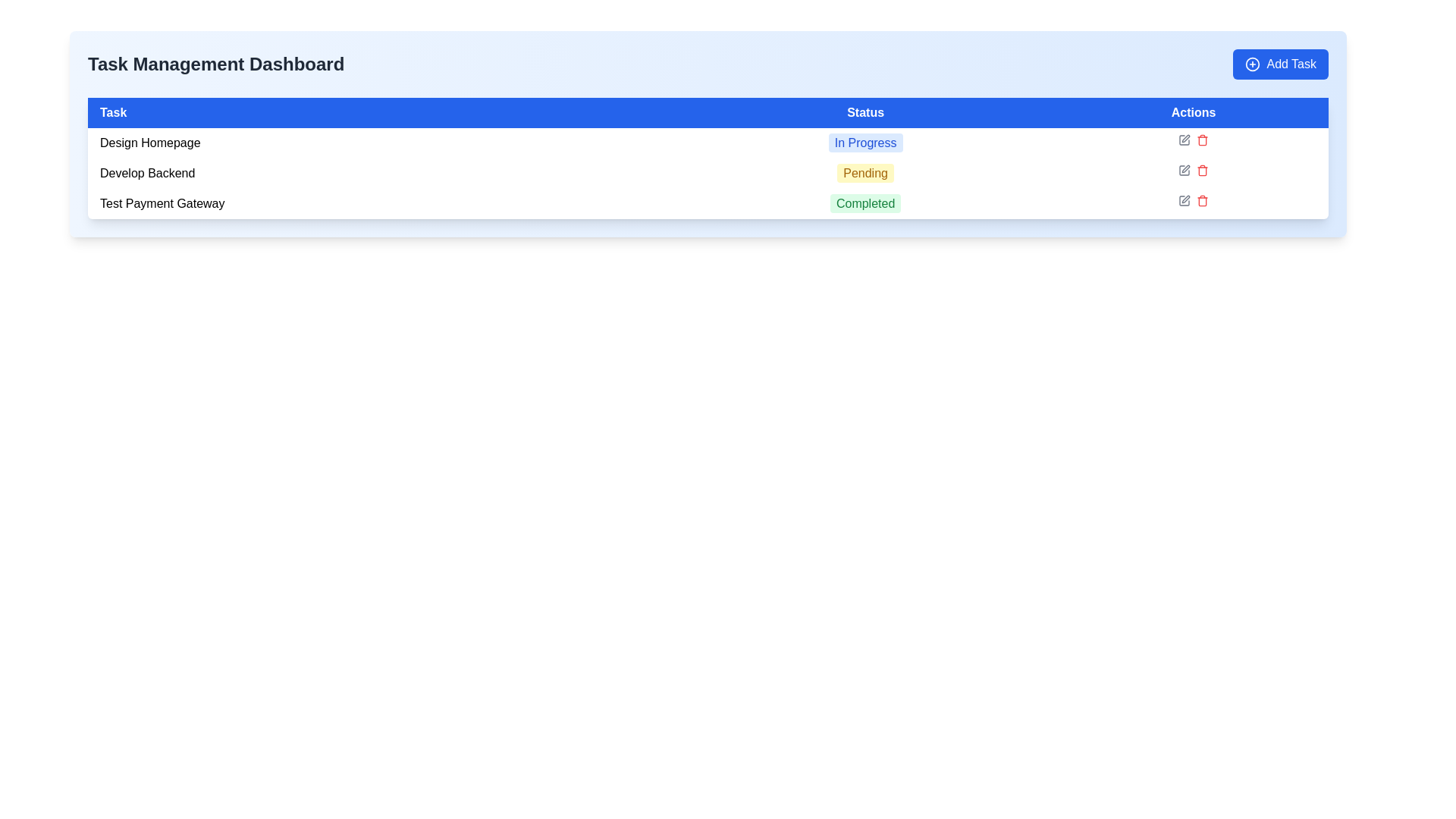 This screenshot has height=819, width=1456. I want to click on title of the 'Actions' header label located in the rightmost position of the table header row in the dashboard layout, so click(1193, 112).